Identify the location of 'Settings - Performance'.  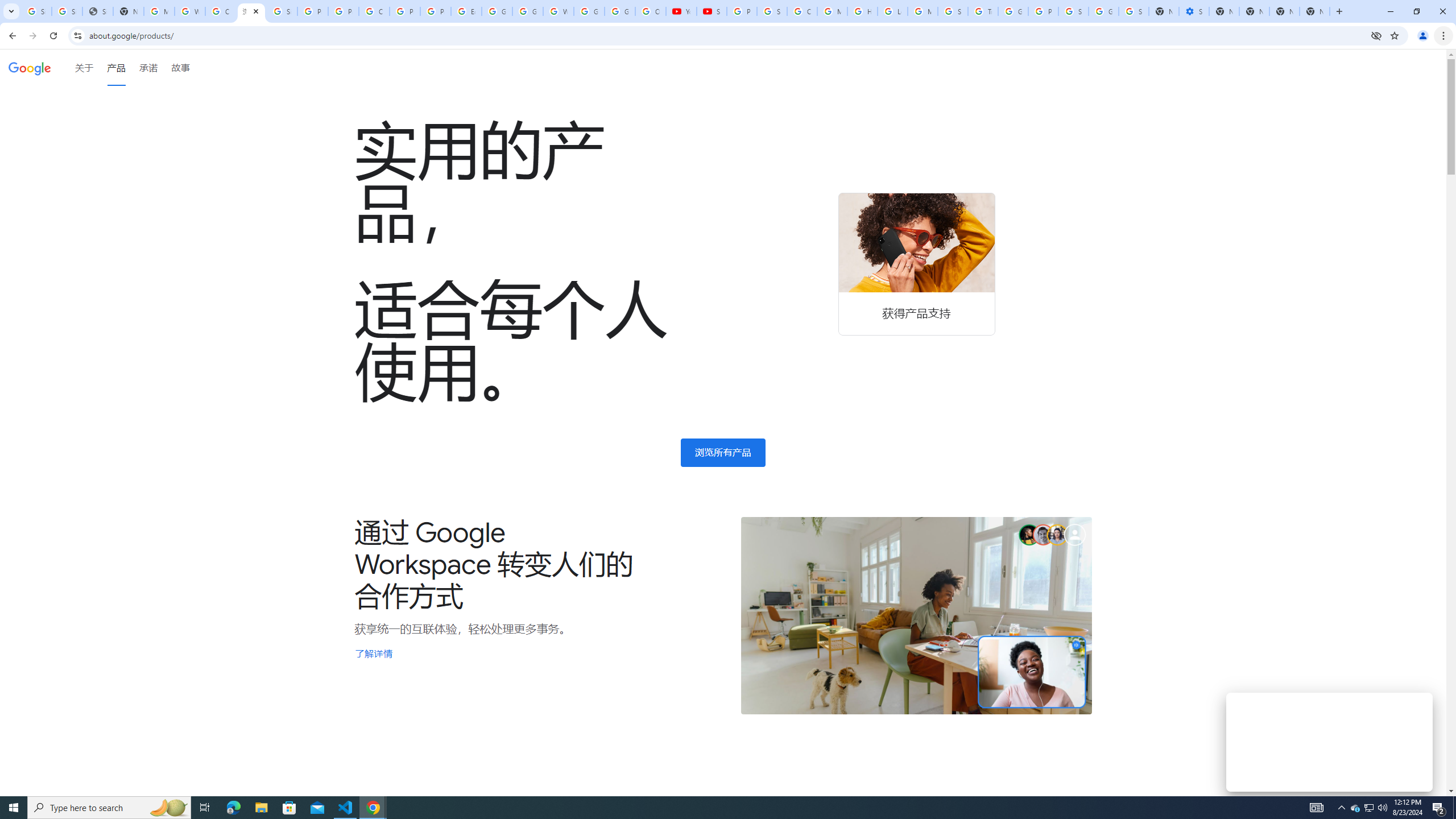
(1194, 11).